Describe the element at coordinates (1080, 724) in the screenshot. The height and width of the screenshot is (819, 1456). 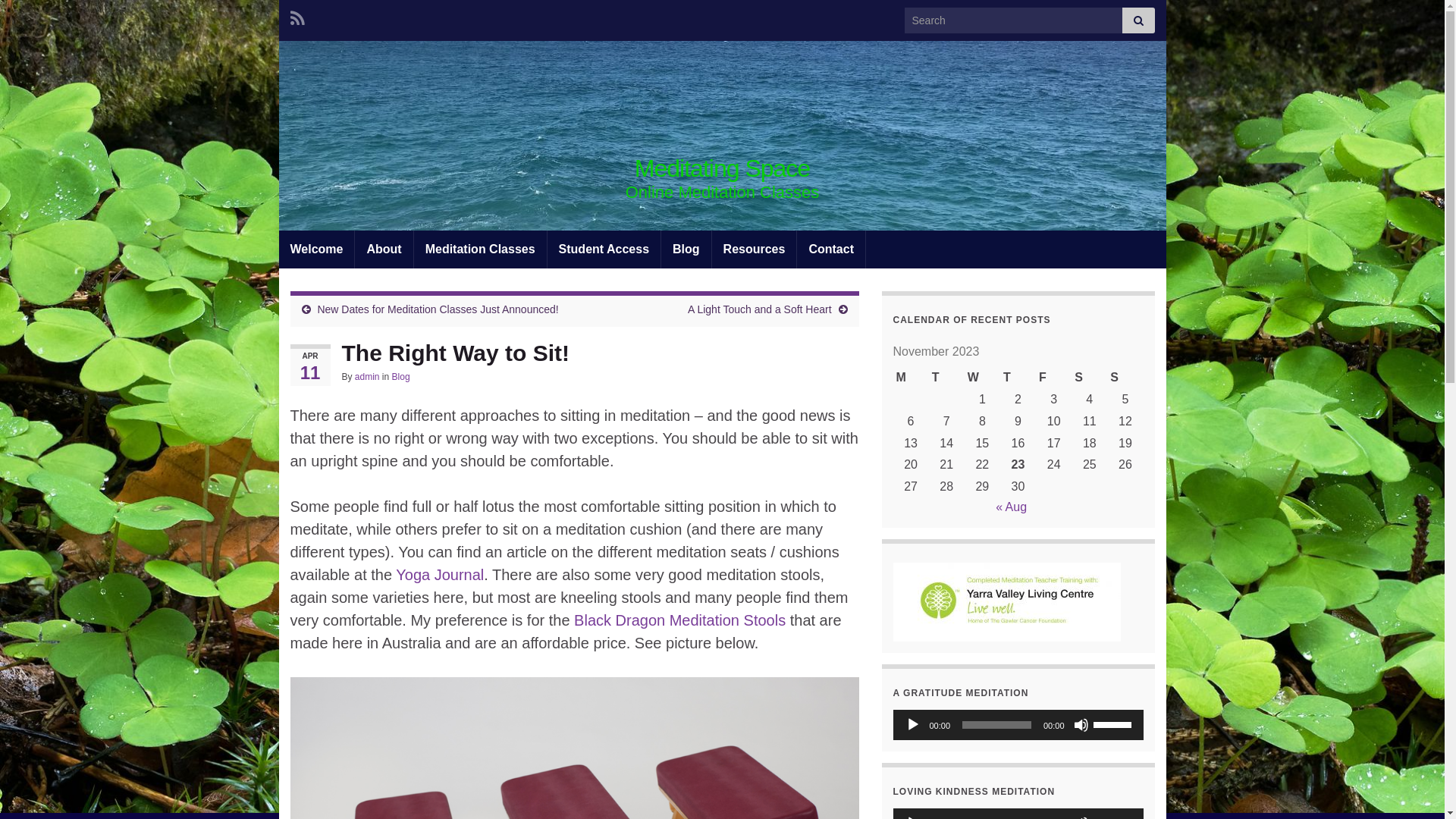
I see `'Mute'` at that location.